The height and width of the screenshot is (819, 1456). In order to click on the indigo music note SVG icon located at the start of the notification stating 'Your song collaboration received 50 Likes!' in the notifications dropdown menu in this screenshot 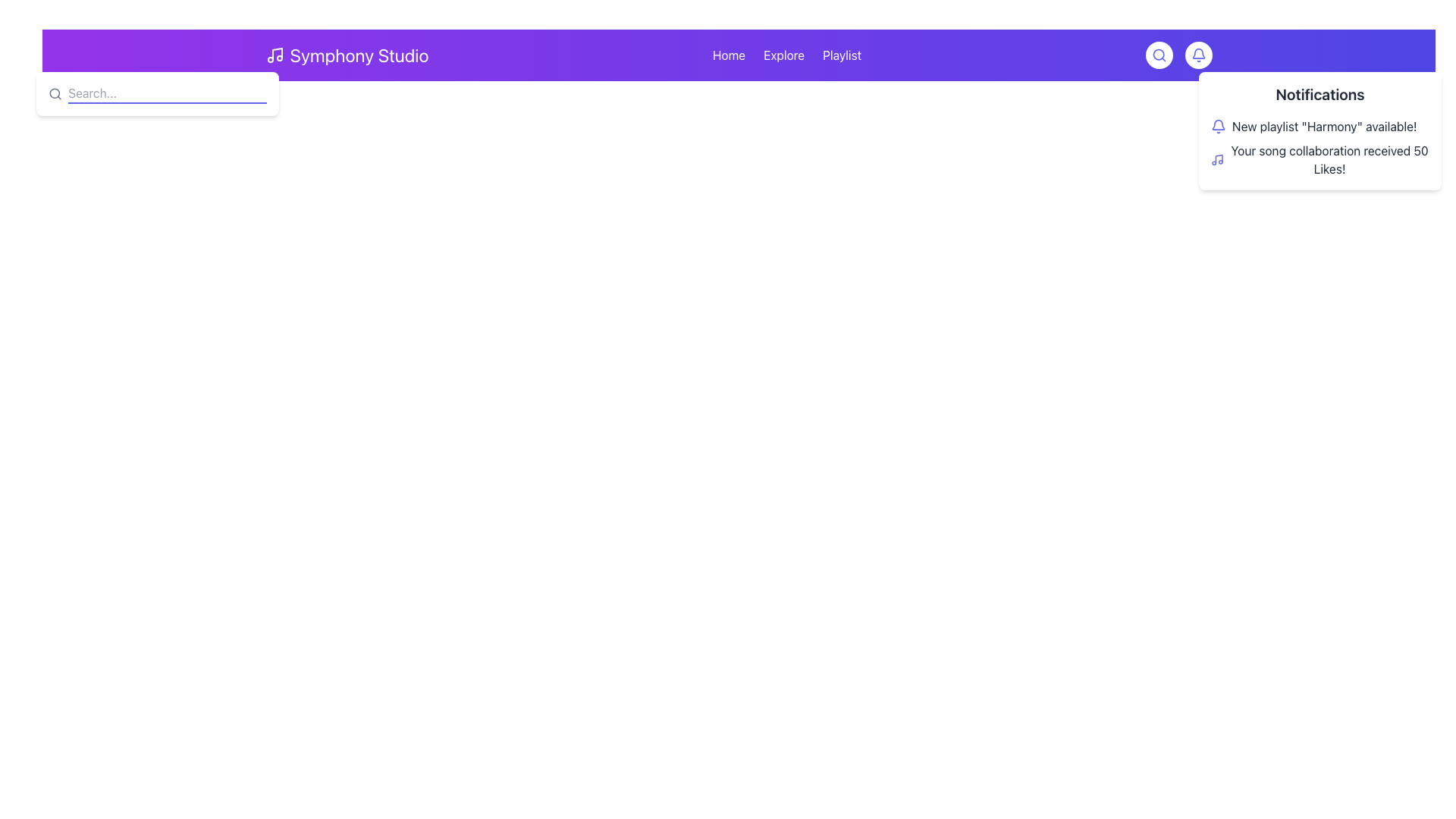, I will do `click(1217, 160)`.